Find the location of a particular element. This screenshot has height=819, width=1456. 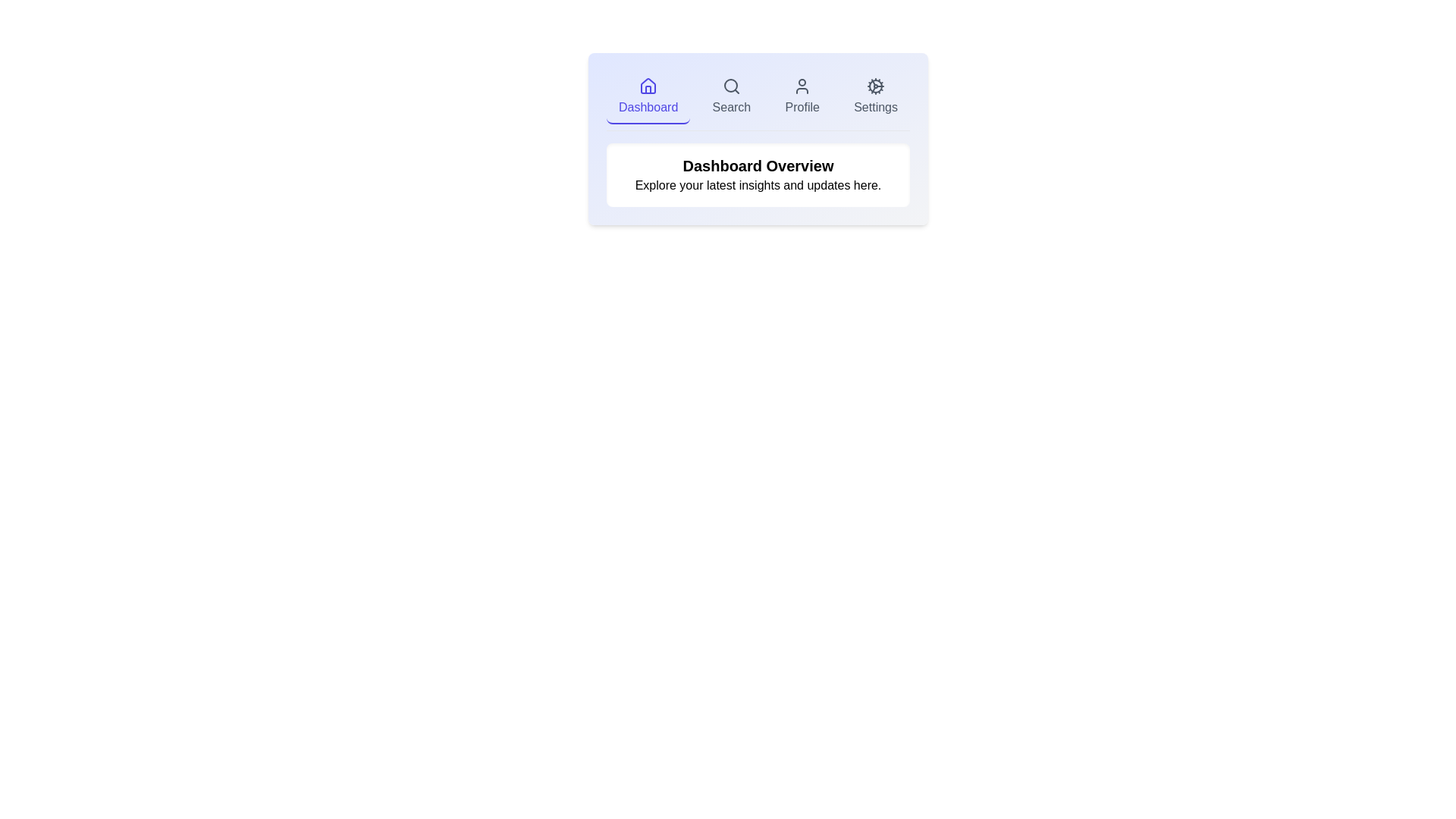

the house-shaped icon in the navigation bar is located at coordinates (648, 86).